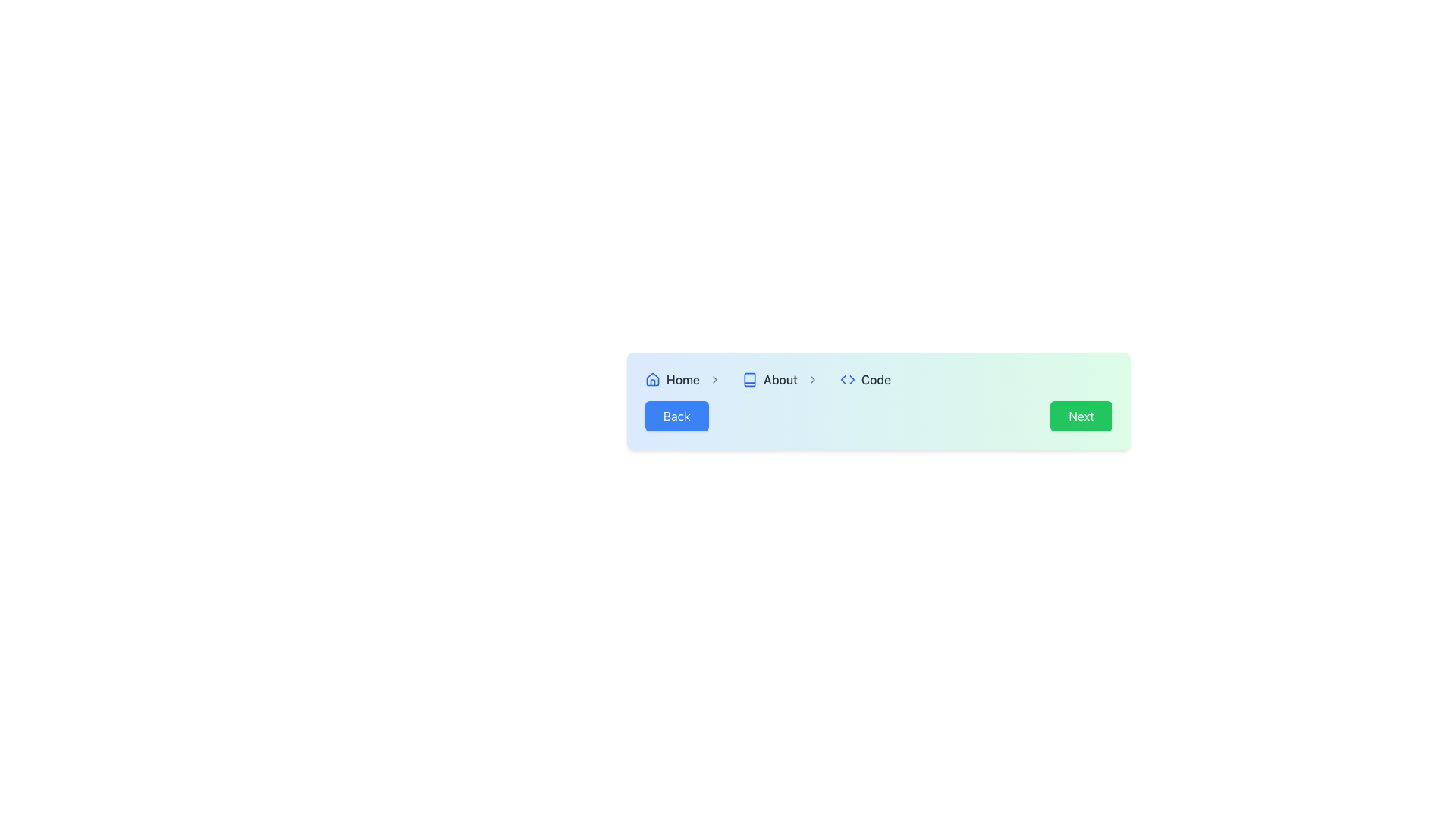 This screenshot has height=819, width=1456. Describe the element at coordinates (811, 379) in the screenshot. I see `the chevron icon pointing to the right, which is styled with a gray stroke and positioned to the right of the 'About' link in the breadcrumb navigation bar` at that location.